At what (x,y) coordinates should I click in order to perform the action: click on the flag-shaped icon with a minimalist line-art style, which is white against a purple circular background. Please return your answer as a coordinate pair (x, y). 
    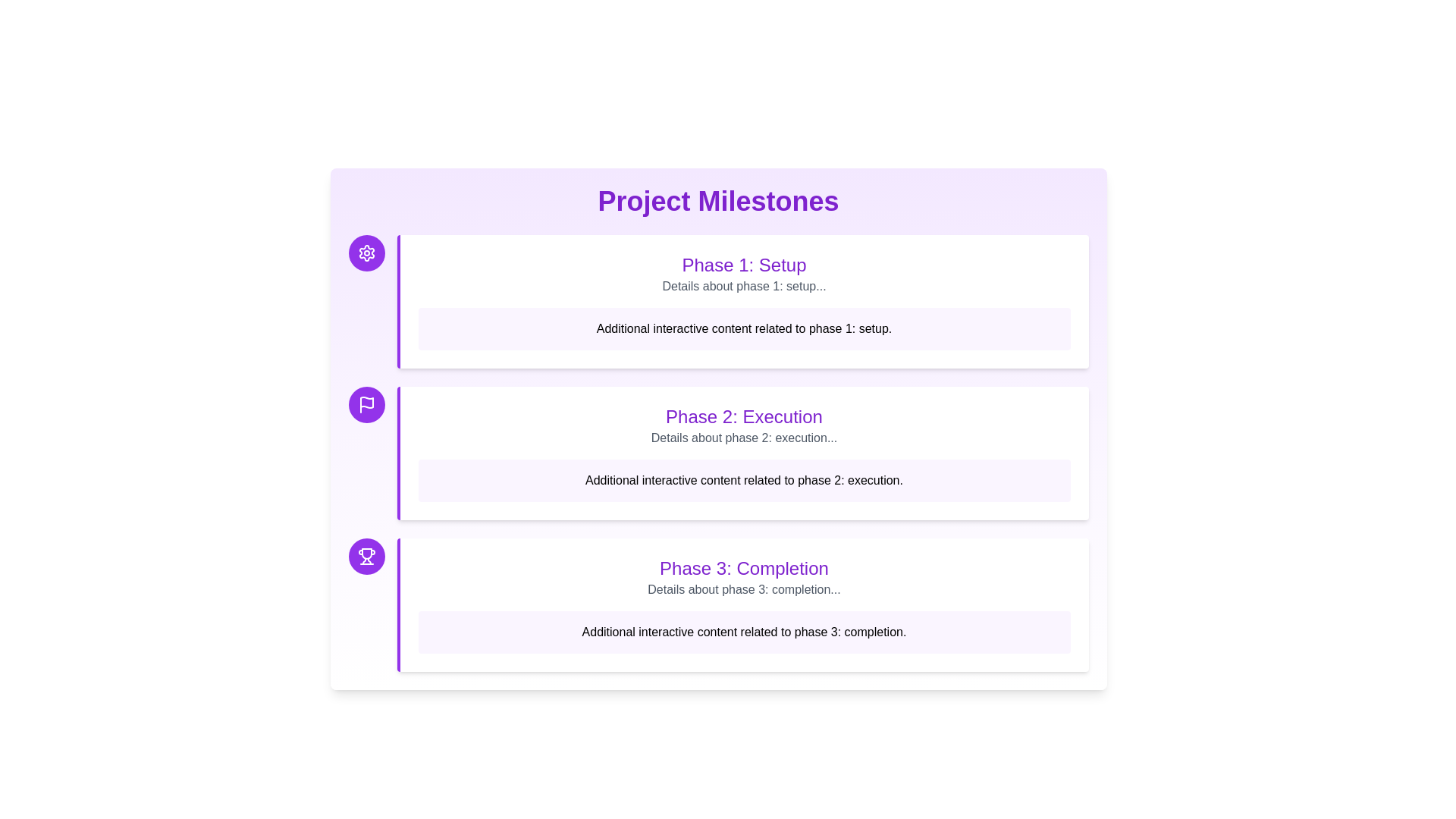
    Looking at the image, I should click on (366, 403).